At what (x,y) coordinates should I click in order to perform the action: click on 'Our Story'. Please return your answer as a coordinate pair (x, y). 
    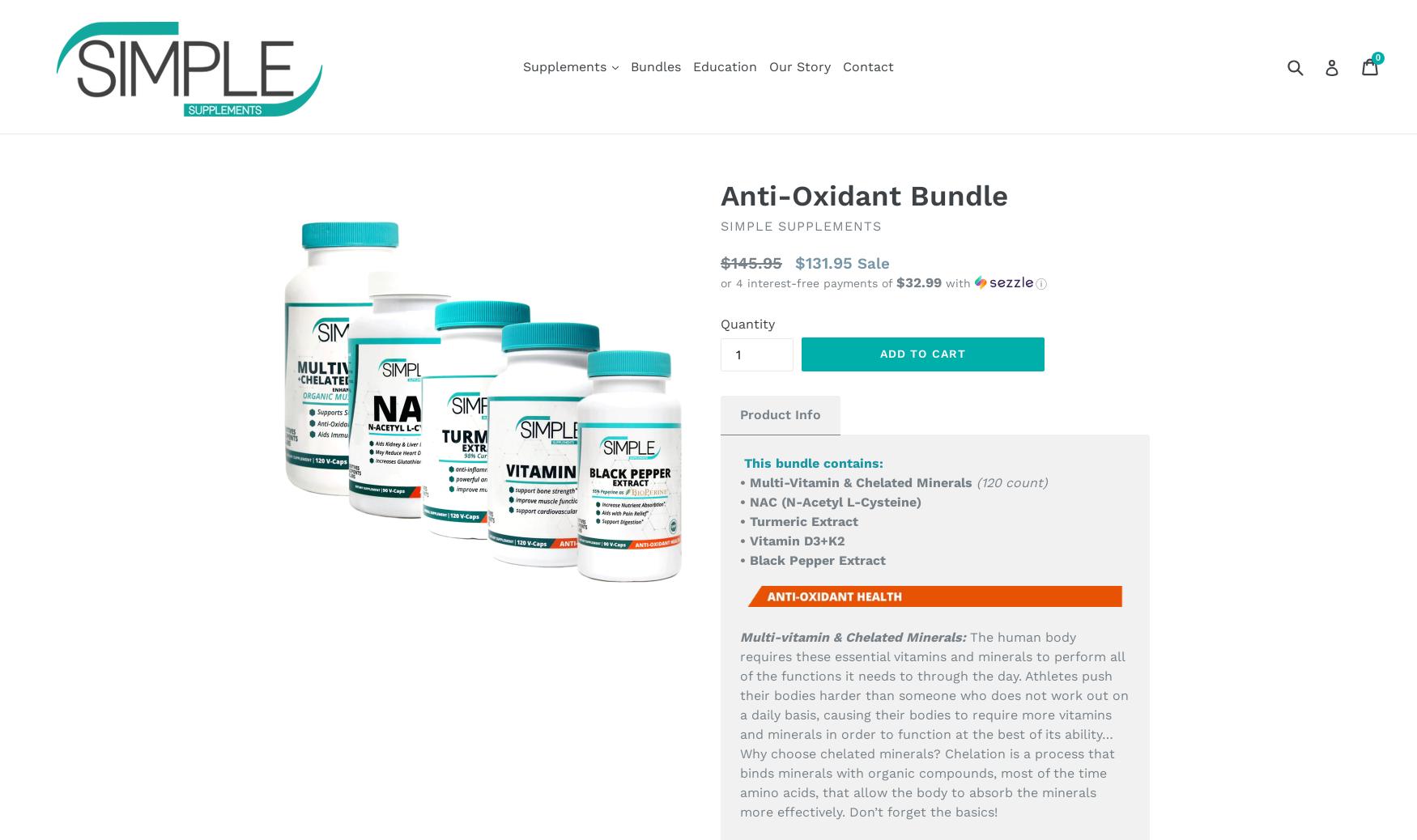
    Looking at the image, I should click on (800, 65).